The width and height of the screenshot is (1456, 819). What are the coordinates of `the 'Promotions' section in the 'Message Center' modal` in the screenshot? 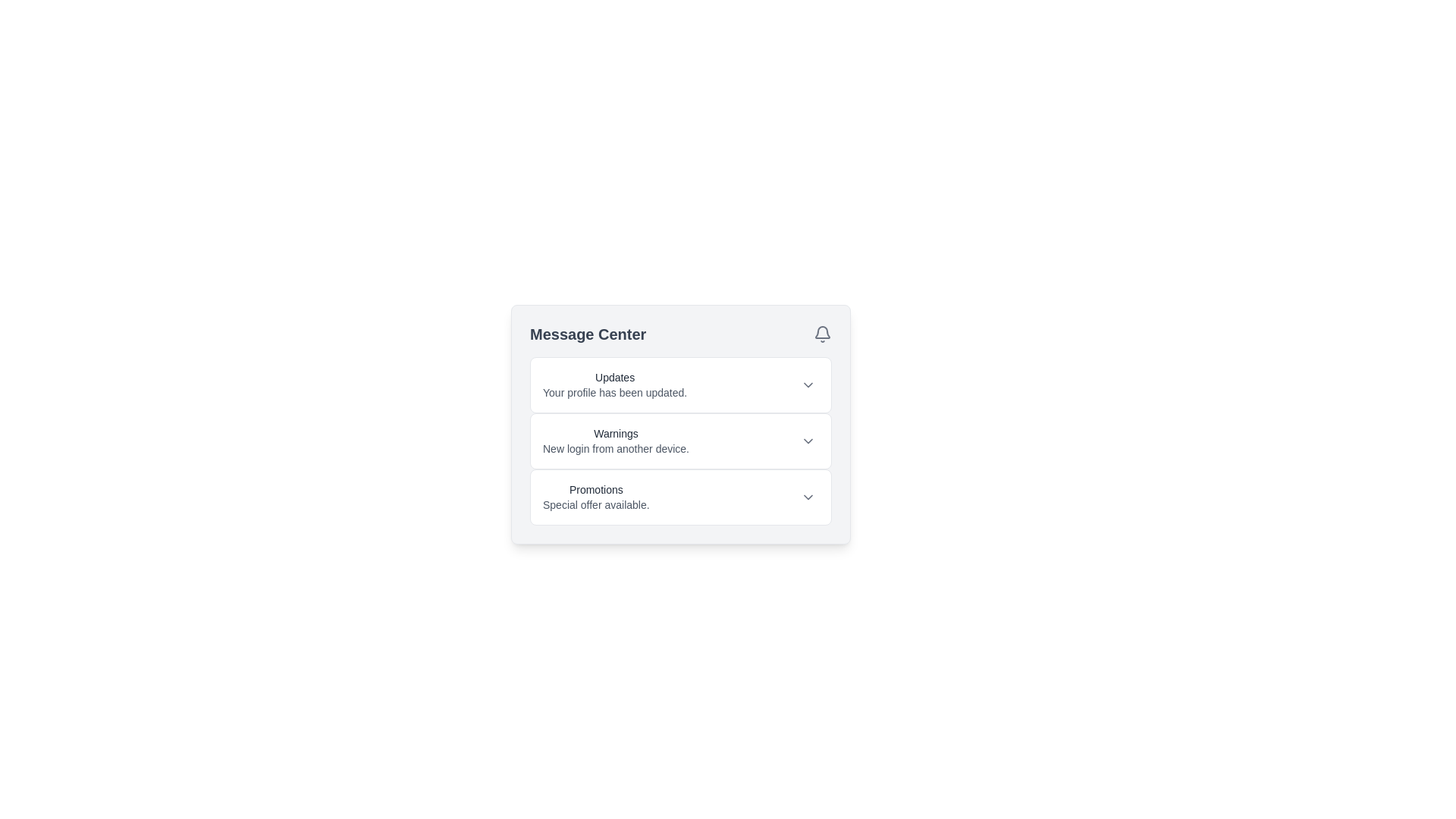 It's located at (679, 497).